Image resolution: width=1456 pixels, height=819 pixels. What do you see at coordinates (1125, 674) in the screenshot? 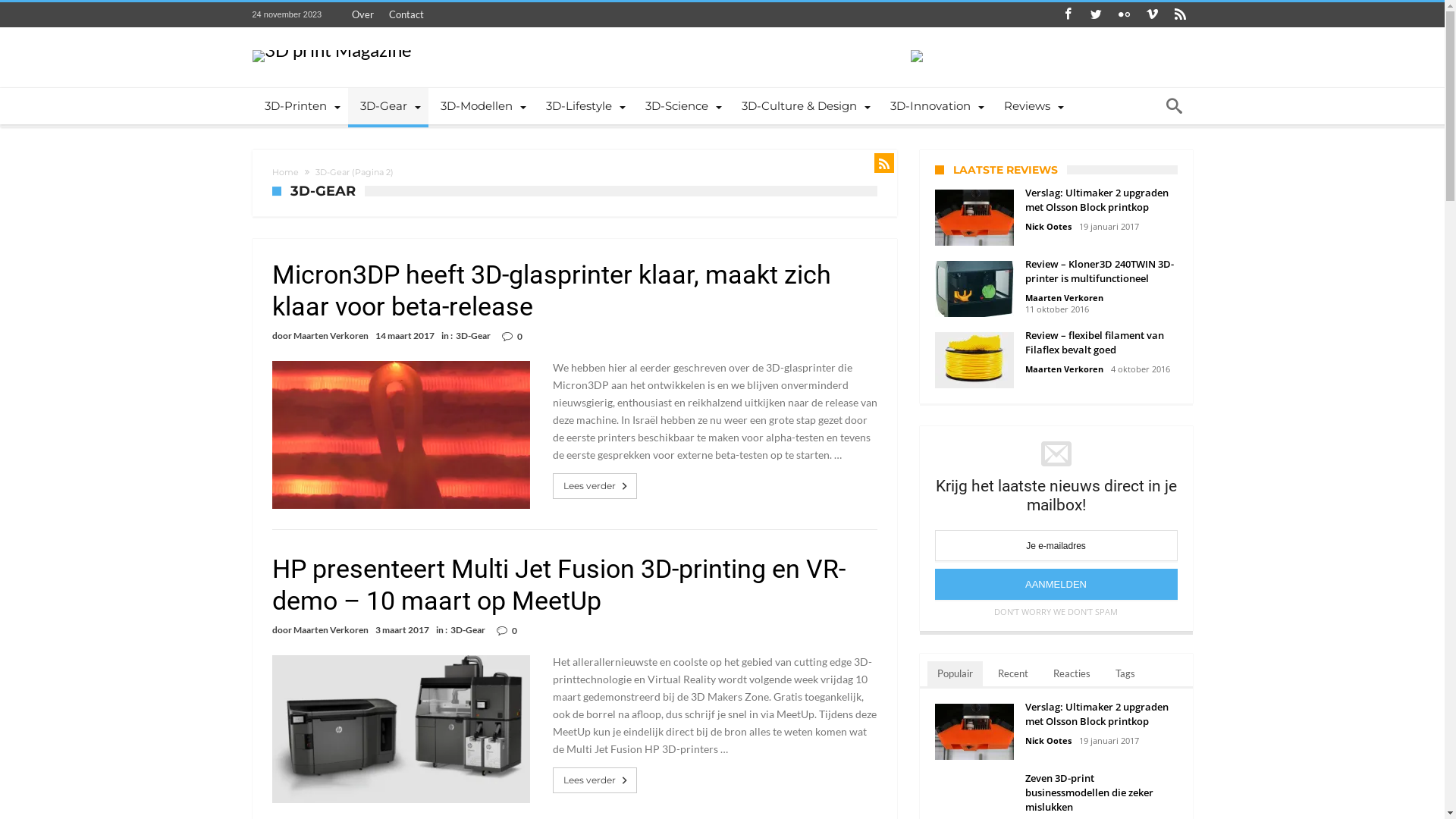
I see `'Tags'` at bounding box center [1125, 674].